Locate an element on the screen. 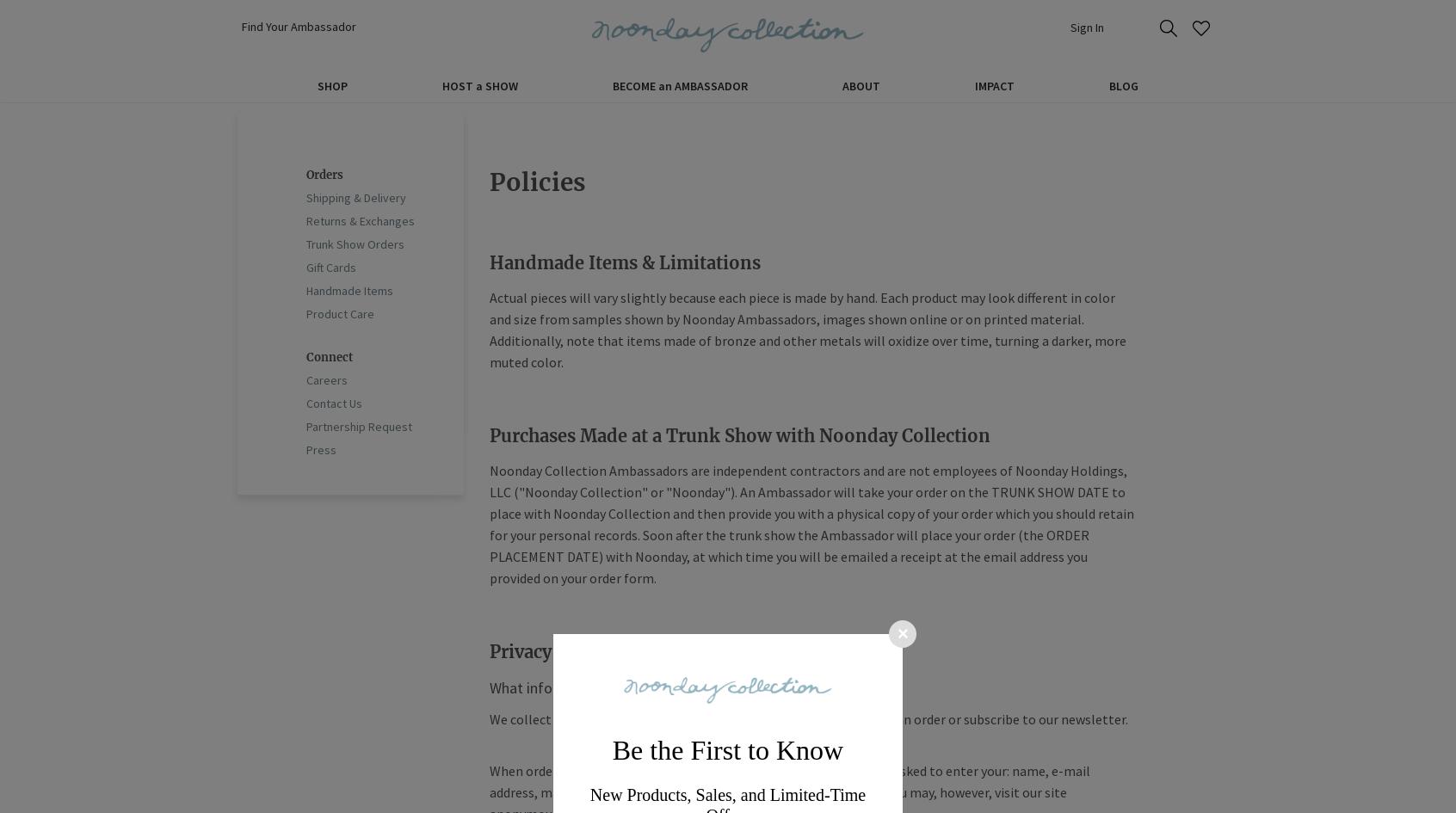 The image size is (1456, 813). 'AMBASSADOR' is located at coordinates (710, 84).